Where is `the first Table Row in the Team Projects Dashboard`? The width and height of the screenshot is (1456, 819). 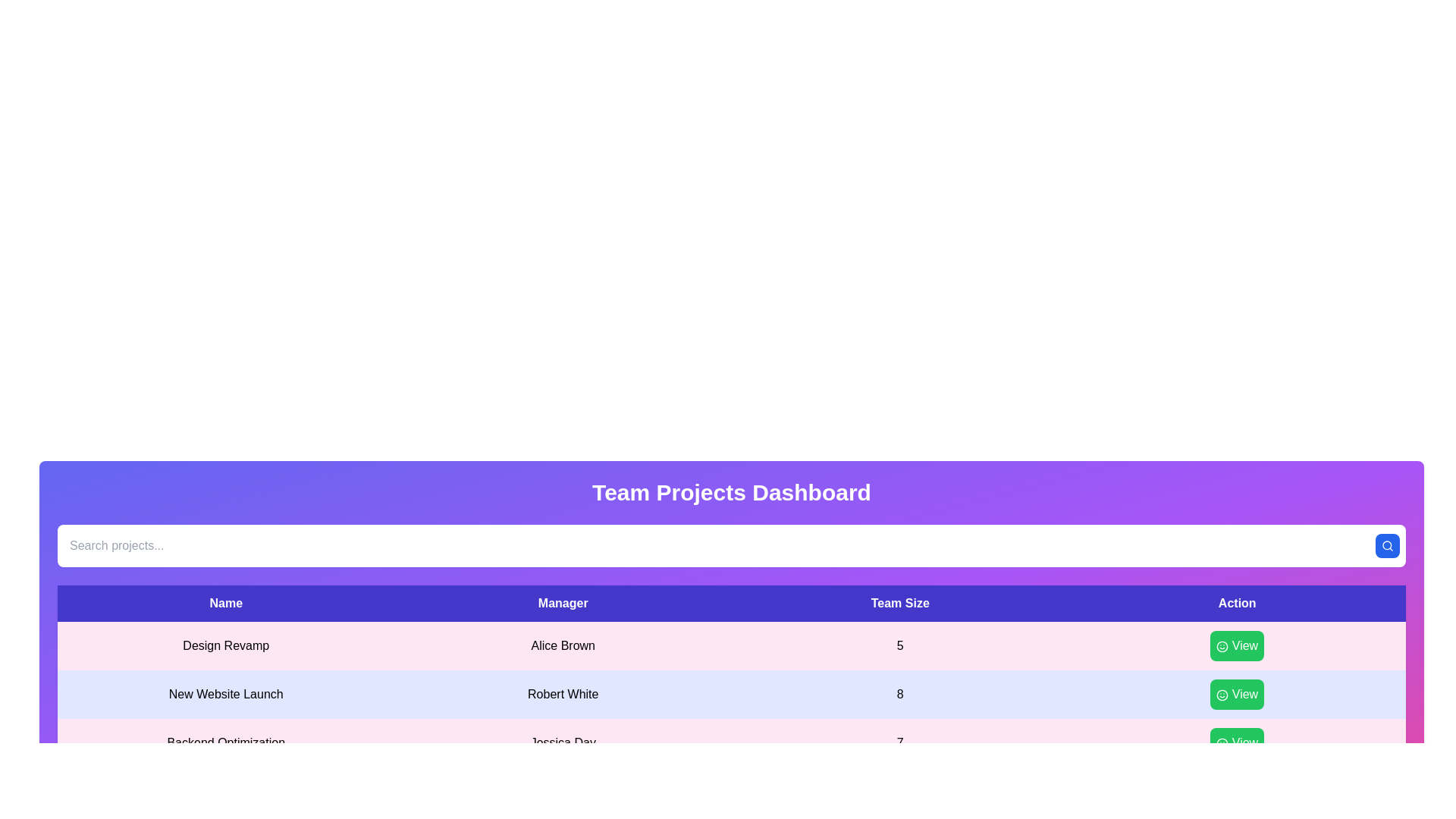
the first Table Row in the Team Projects Dashboard is located at coordinates (731, 646).